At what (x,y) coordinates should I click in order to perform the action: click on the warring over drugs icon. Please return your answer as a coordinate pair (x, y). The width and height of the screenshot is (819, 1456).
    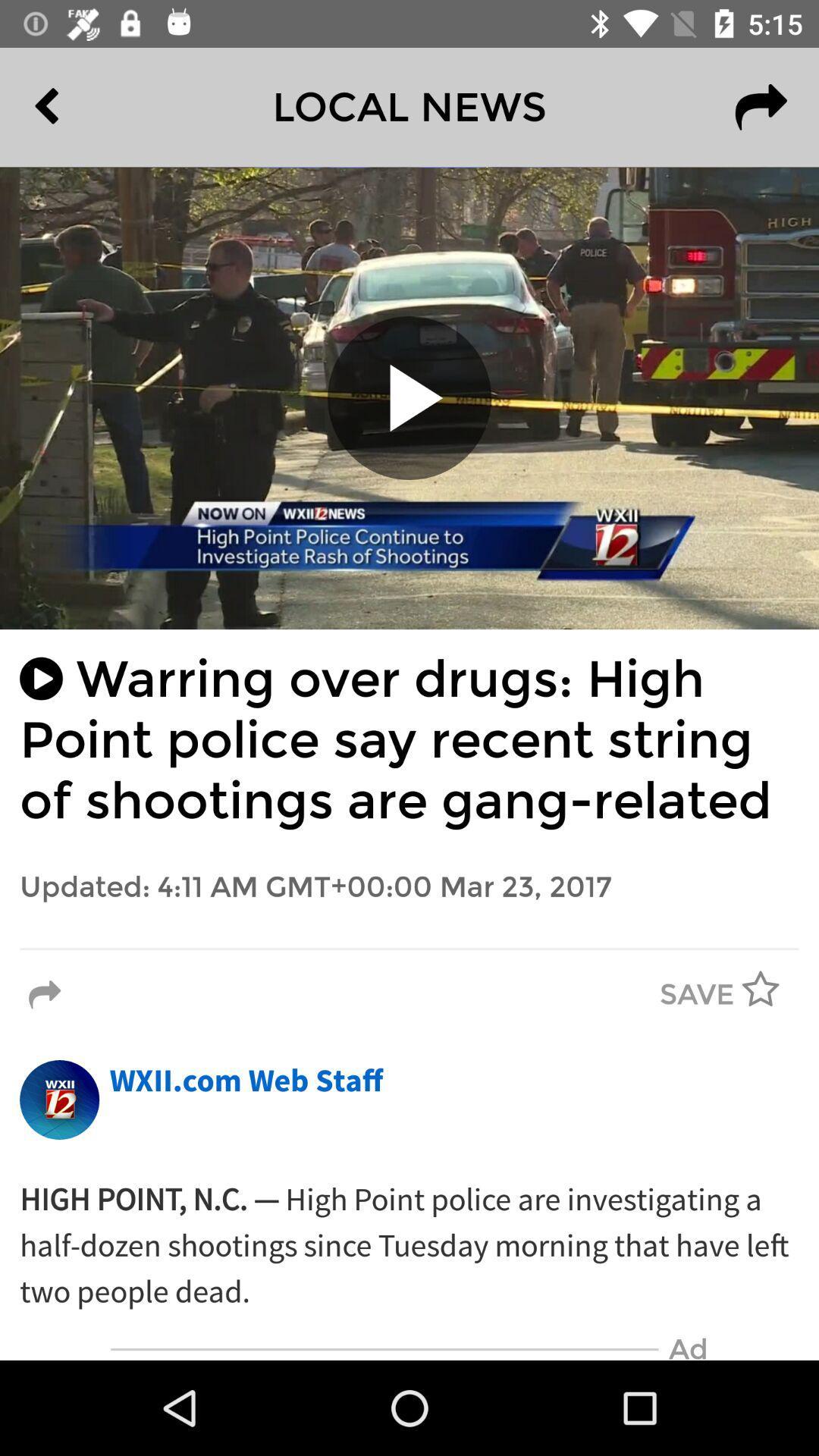
    Looking at the image, I should click on (409, 740).